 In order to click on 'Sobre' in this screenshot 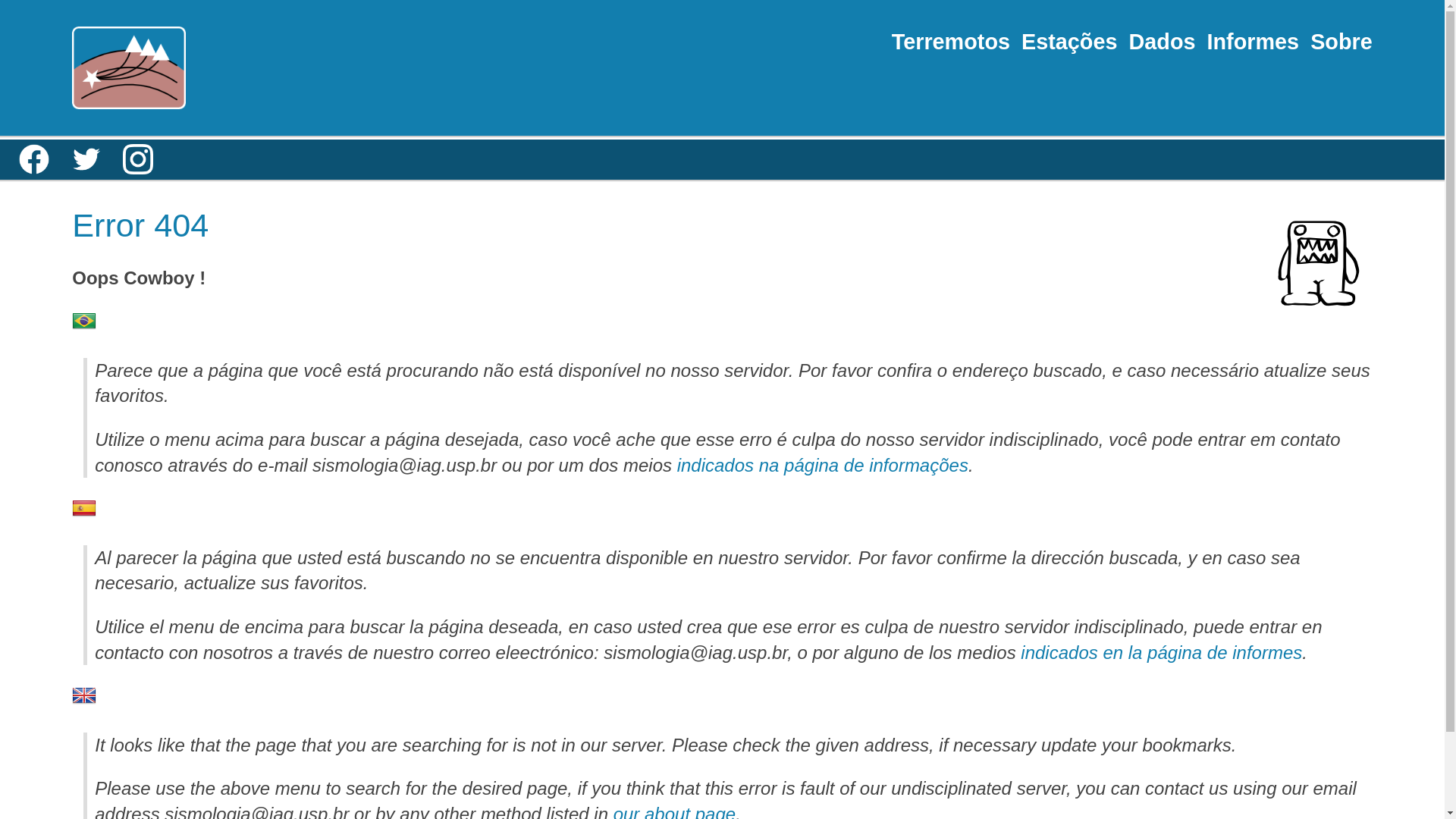, I will do `click(1341, 40)`.